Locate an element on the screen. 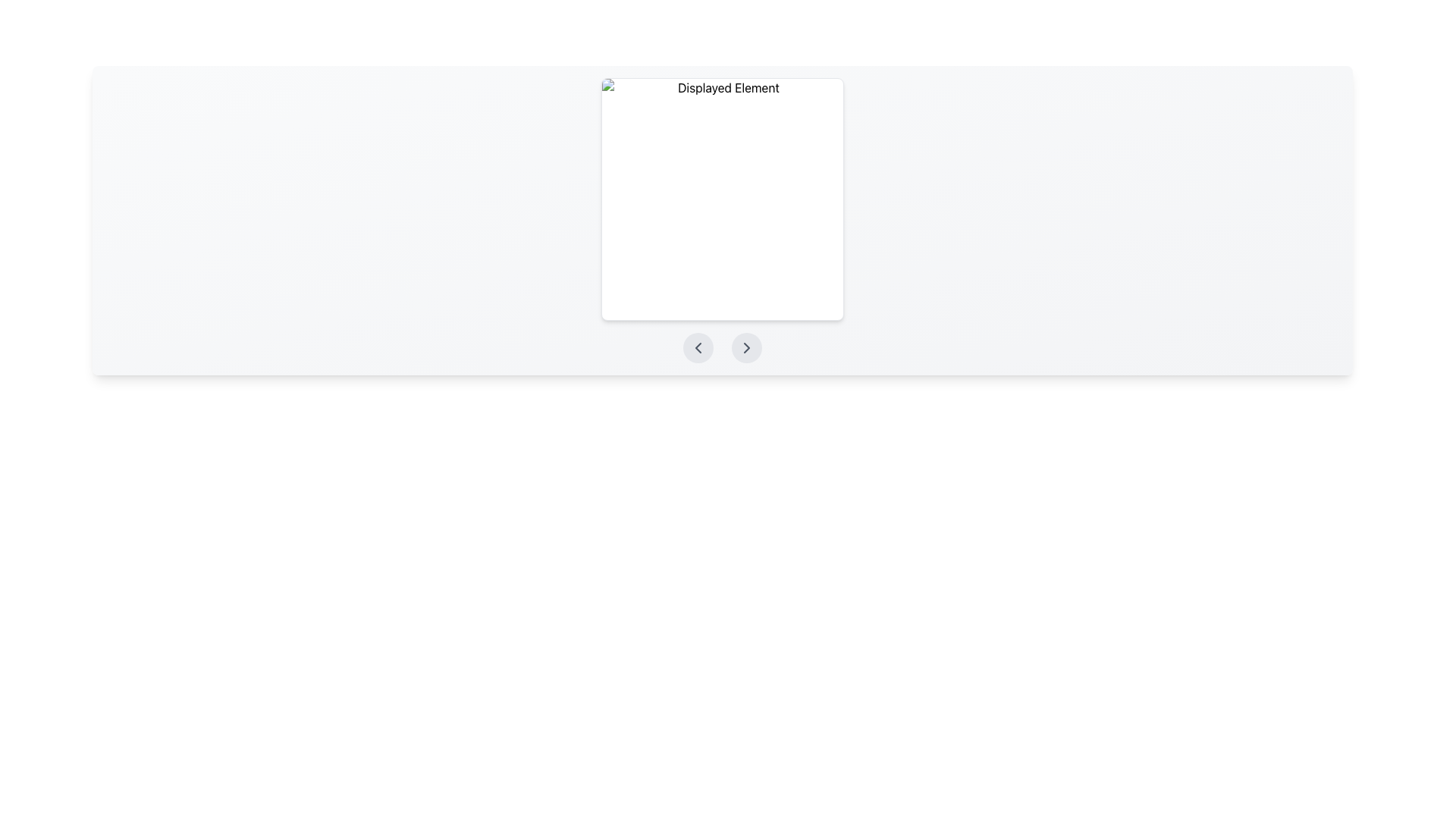  the image placeholder element, which is centrally located within a square white card with rounded corners, within its permissible bounds is located at coordinates (722, 198).